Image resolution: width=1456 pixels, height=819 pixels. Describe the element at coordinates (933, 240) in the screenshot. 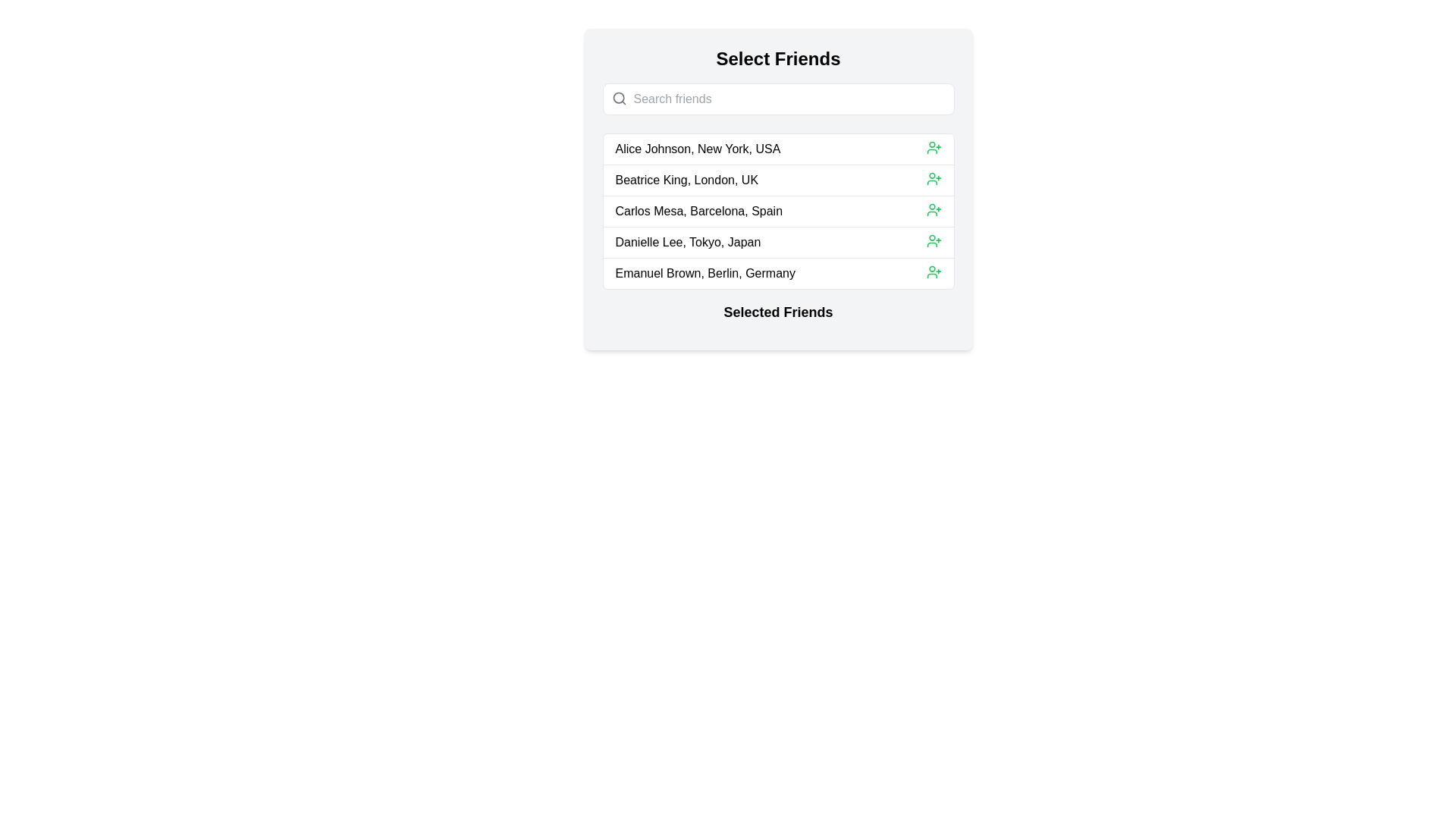

I see `the green user profile icon button with a plus sign, located to the right of the list item labeled 'Danielle Lee, Tokyo, Japan'` at that location.